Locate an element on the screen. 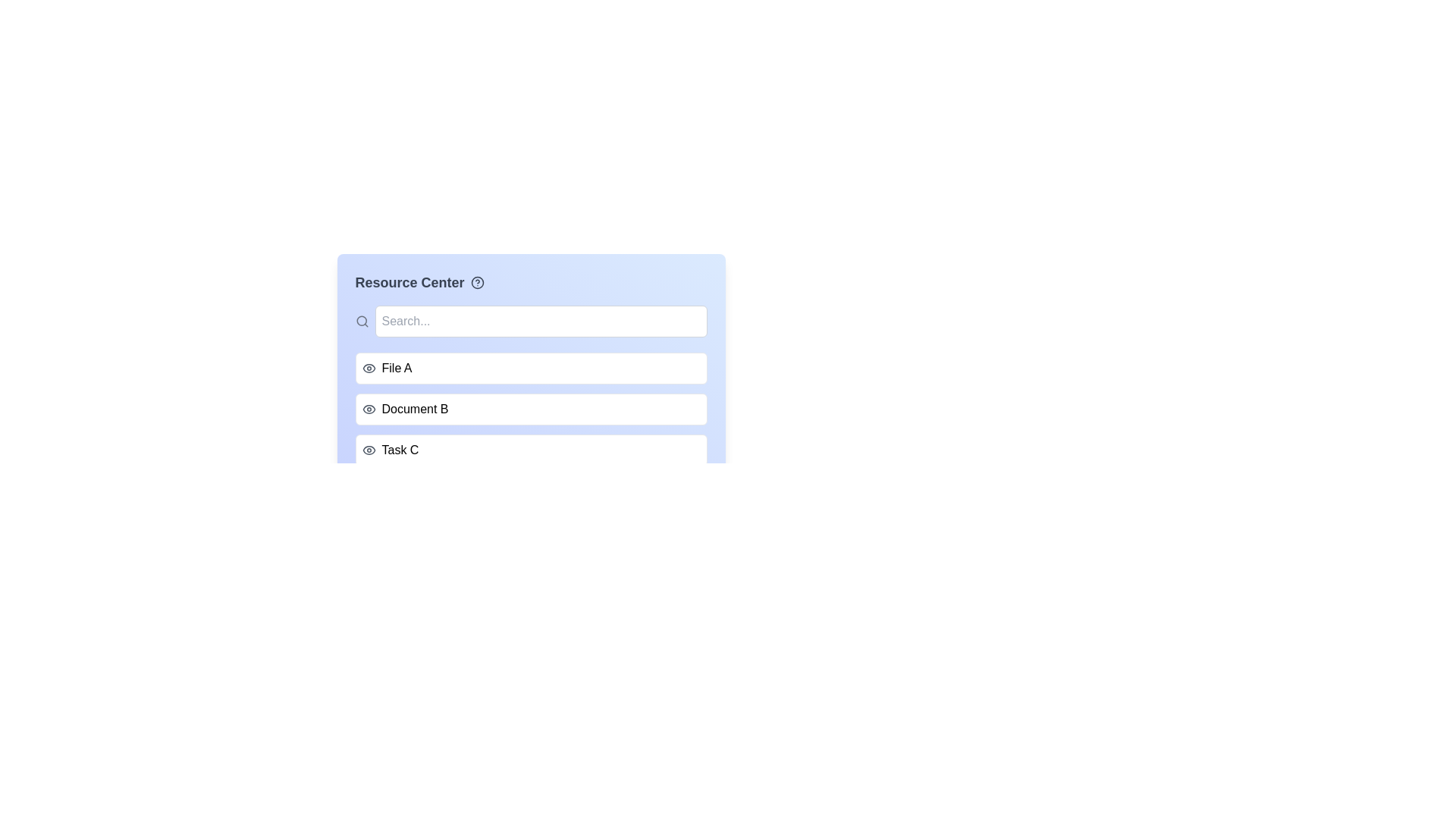 This screenshot has width=1456, height=819. the 'Document B' list item in the Resource Center is located at coordinates (531, 409).